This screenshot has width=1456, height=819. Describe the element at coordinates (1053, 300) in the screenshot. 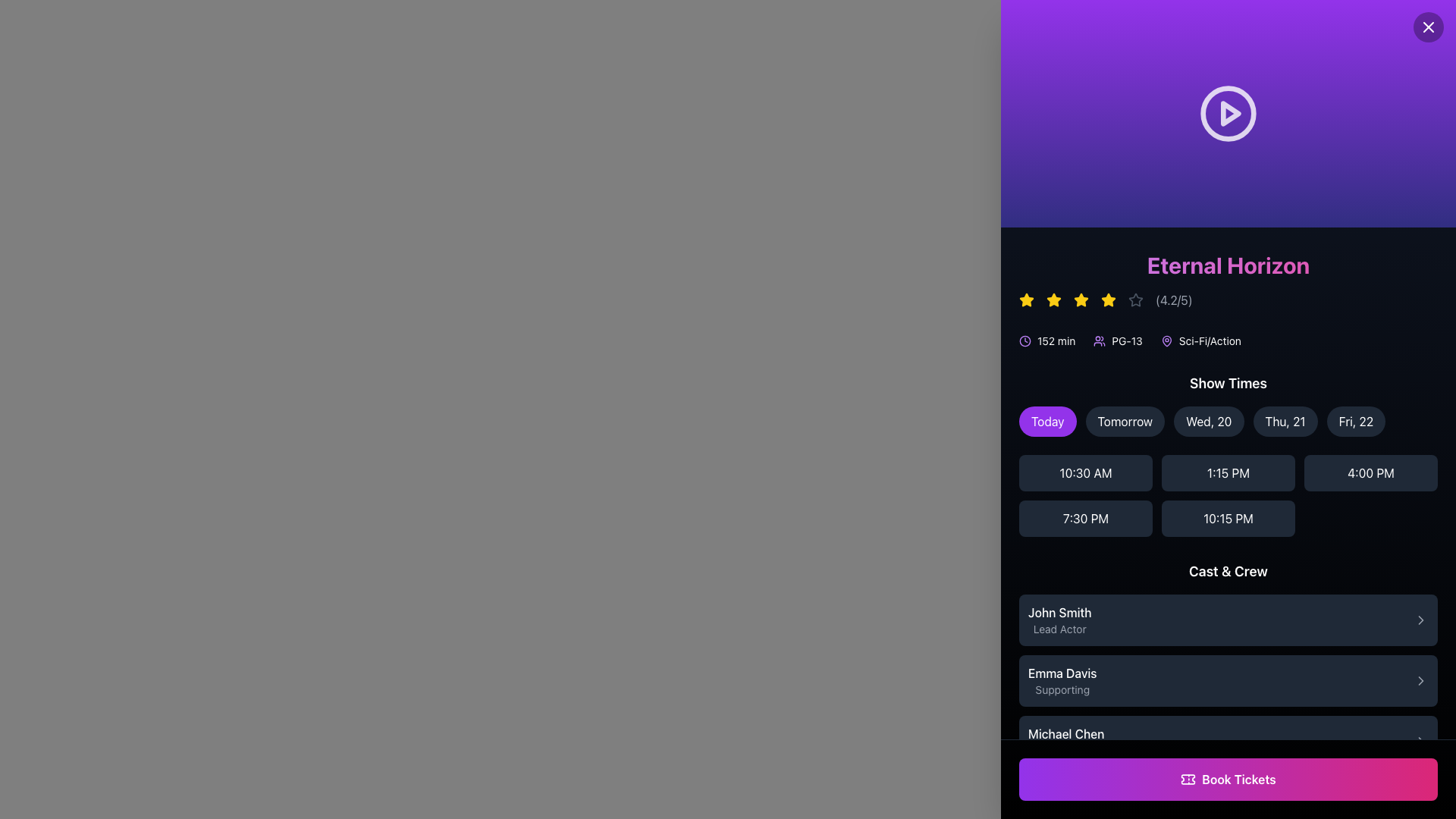

I see `the second star icon in the rating system` at that location.